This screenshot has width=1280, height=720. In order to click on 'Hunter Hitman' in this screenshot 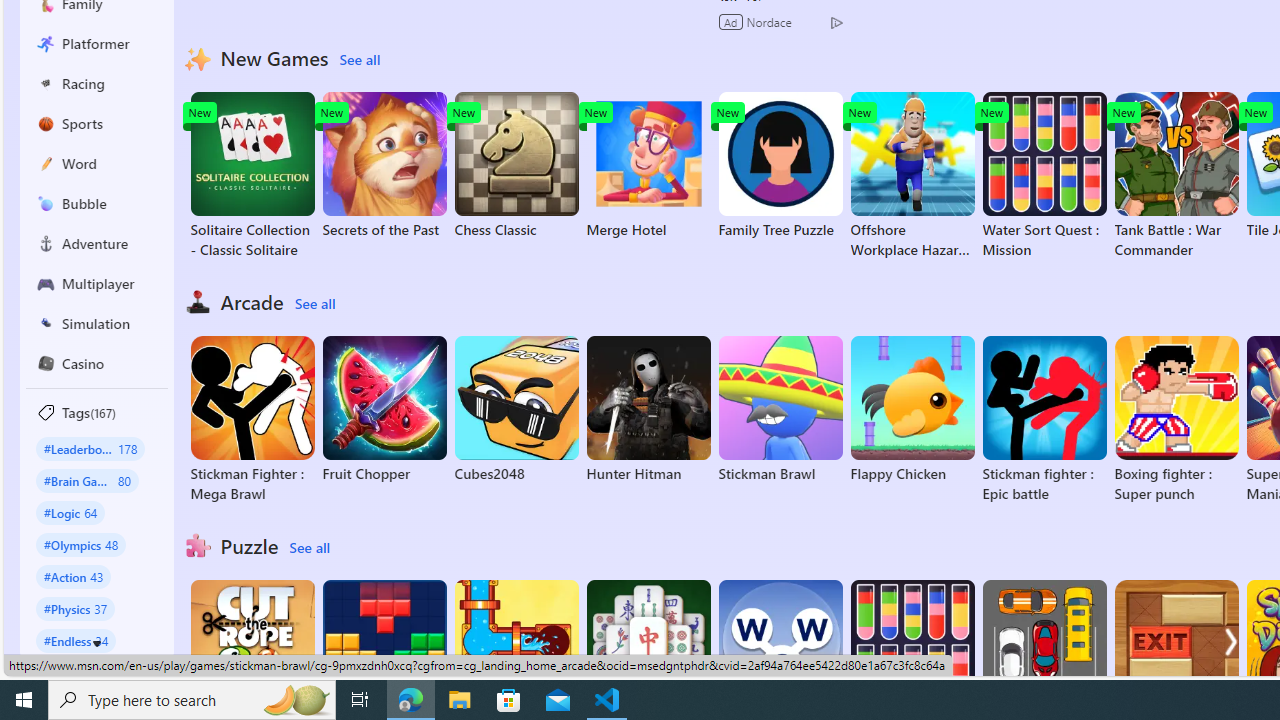, I will do `click(648, 409)`.